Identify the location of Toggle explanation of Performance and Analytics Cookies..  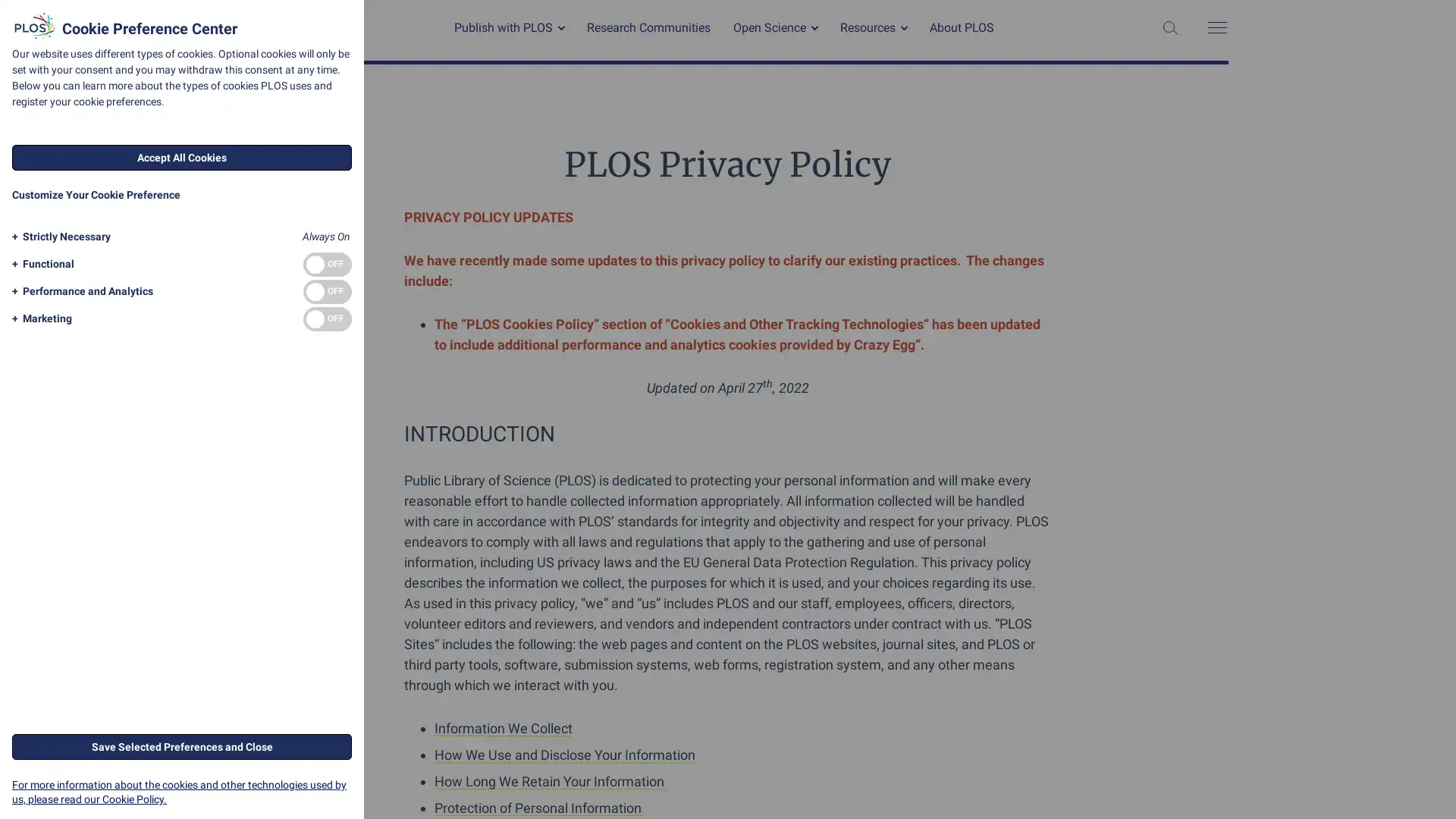
(79, 291).